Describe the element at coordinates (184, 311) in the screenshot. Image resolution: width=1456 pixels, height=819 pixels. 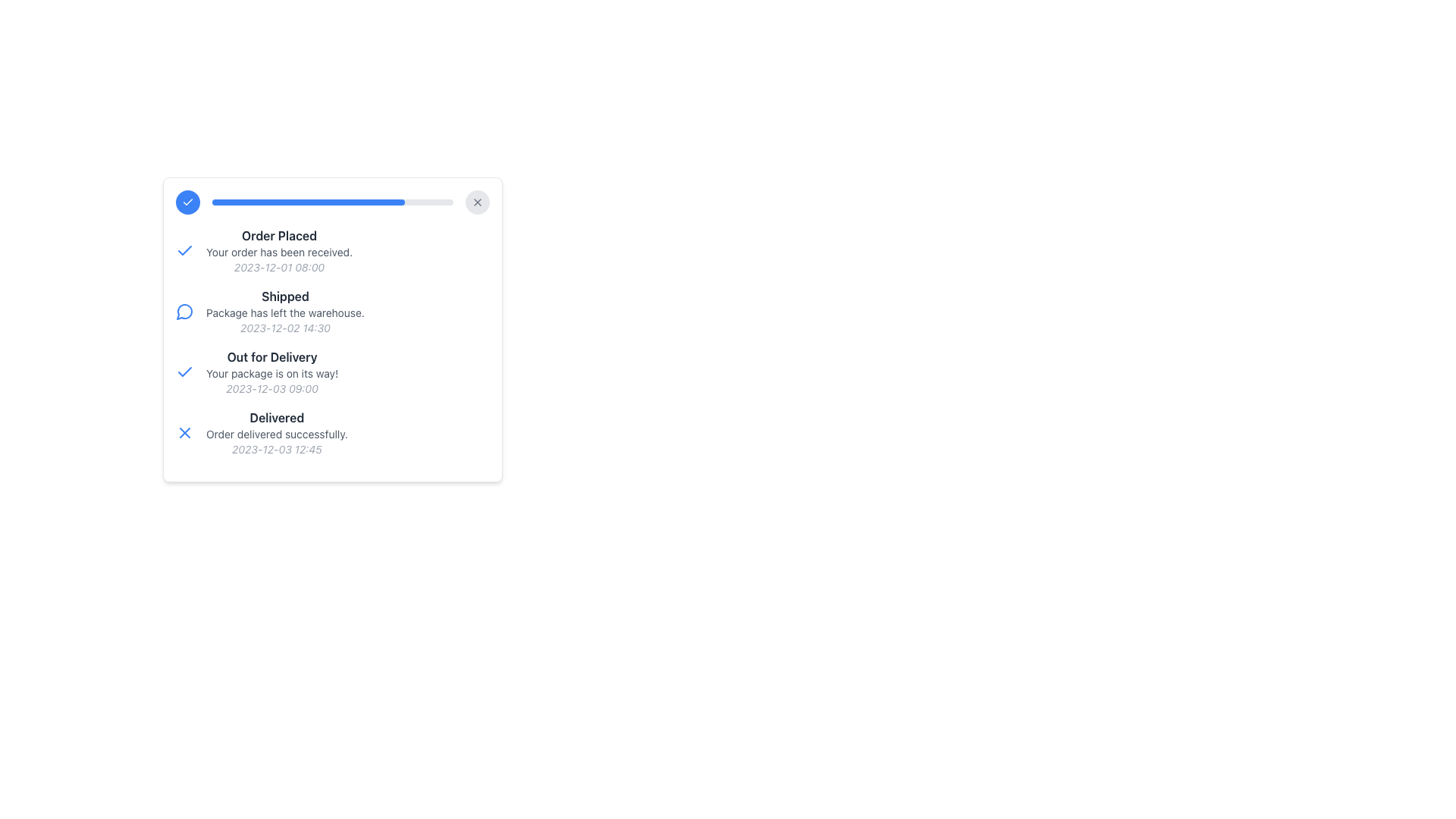
I see `the small blue speech bubble icon located in the left section of the 'Shipped' row before the text description` at that location.